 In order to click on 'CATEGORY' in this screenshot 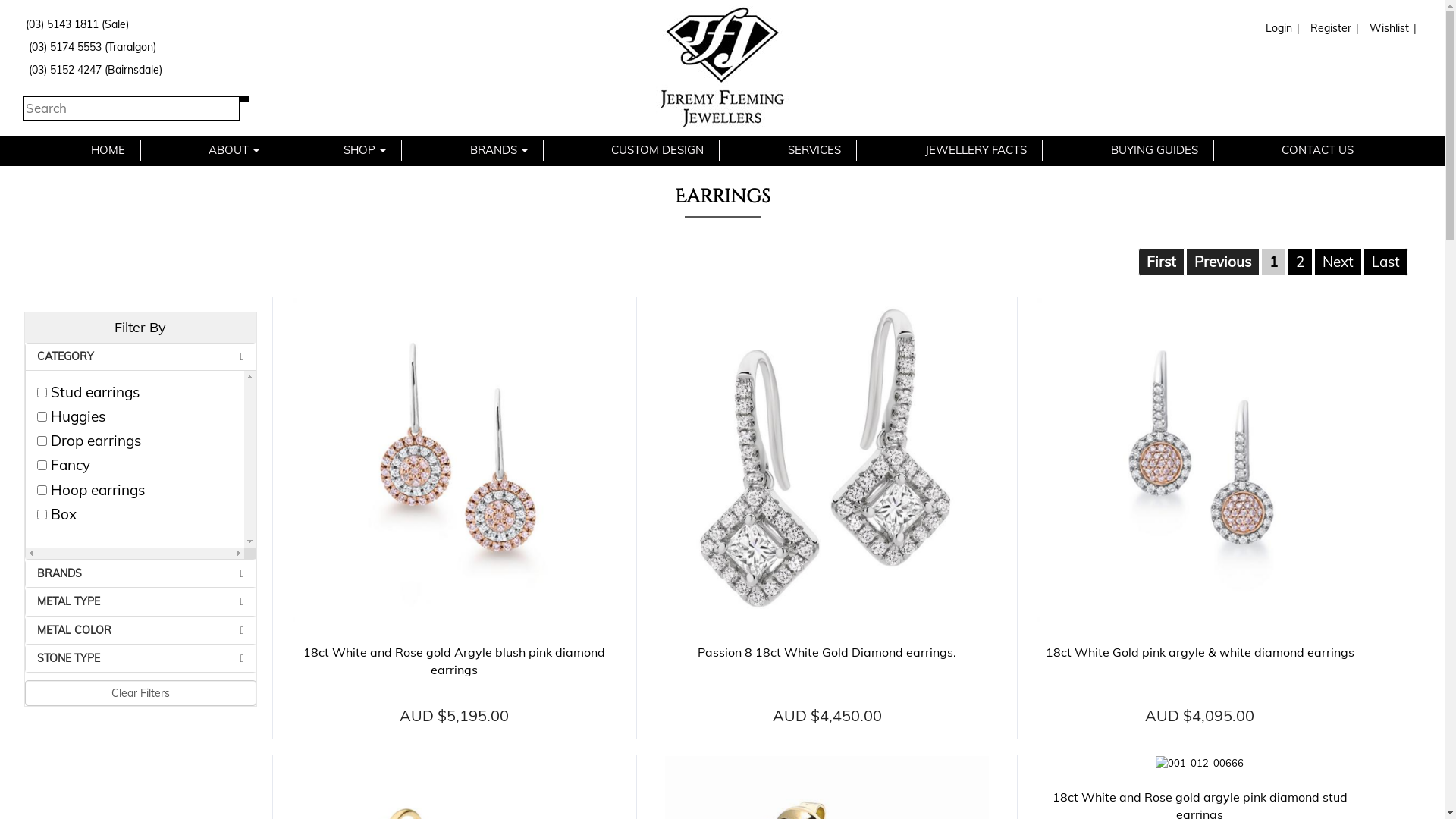, I will do `click(140, 356)`.